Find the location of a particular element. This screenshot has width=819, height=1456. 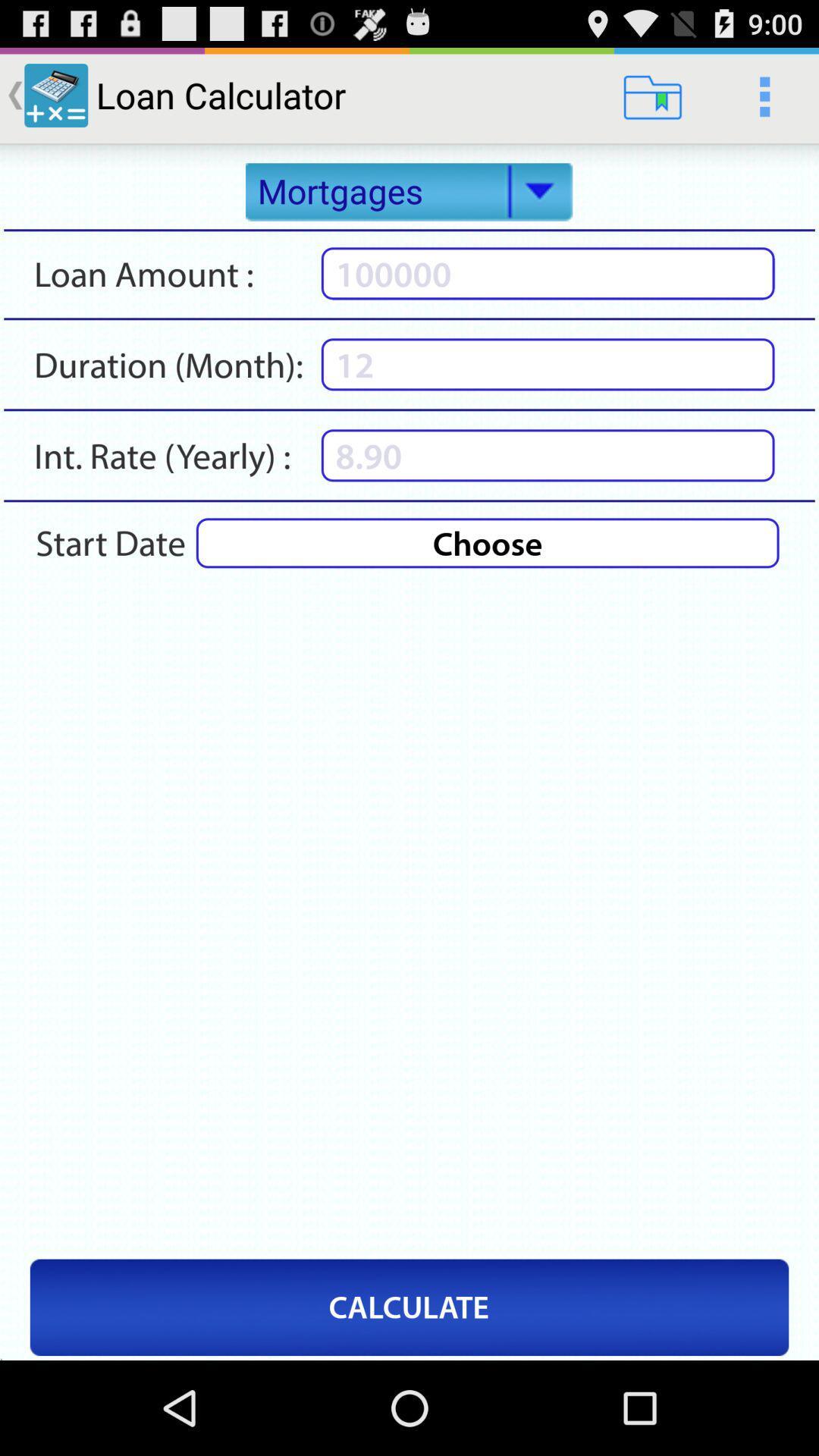

month duration is located at coordinates (548, 364).